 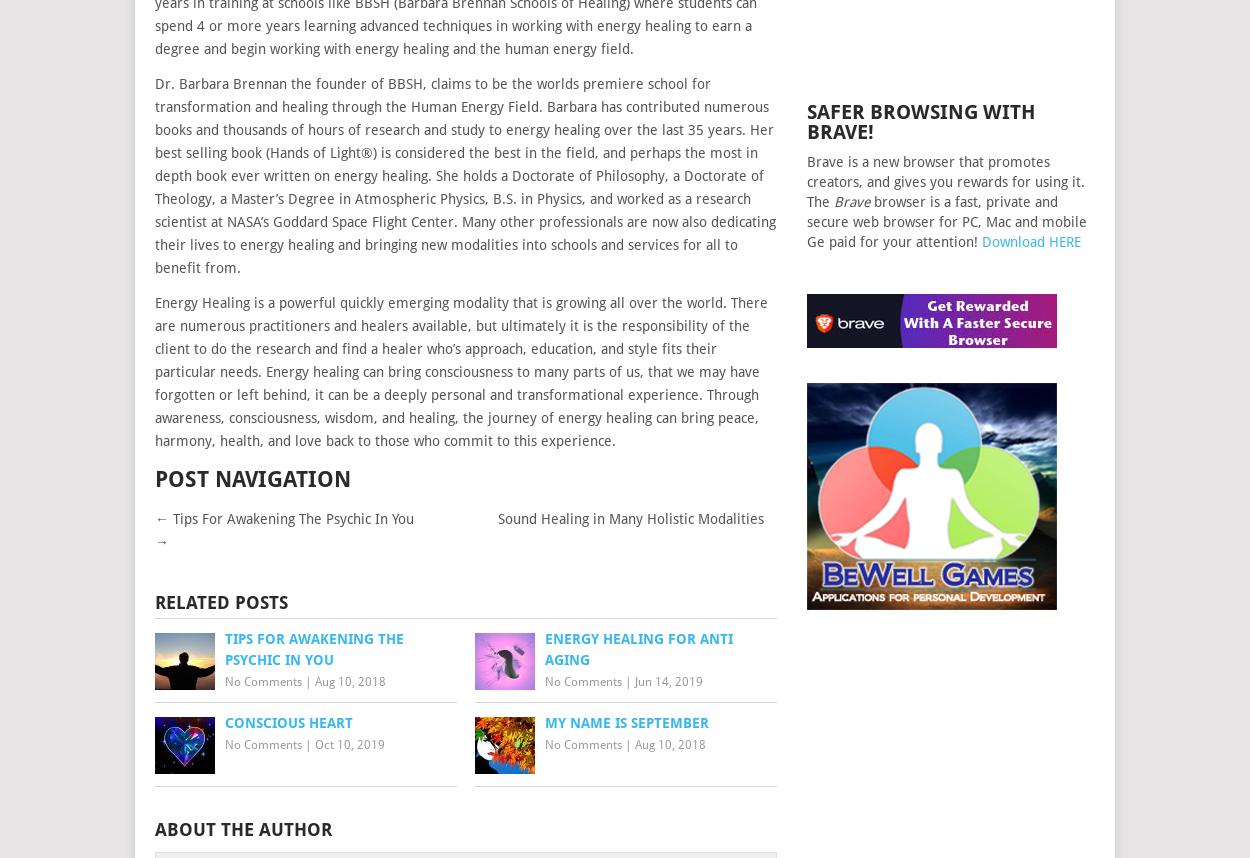 What do you see at coordinates (464, 175) in the screenshot?
I see `'Dr. Barbara Brennan the founder of BBSH, claims to be the worlds premiere school for transformation and healing through the Human Energy Field. Barbara has contributed numerous books and thousands of hours of research and study to energy healing over the last 35 years. Her best selling book (Hands of Light®) is considered the best in the field, and perhaps the most in depth book ever written on energy healing. She holds a Doctorate of Philosophy, a Doctorate of Theology, a Master’s Degree in Atmospheric Physics, B.S. in Physics, and worked as a research scientist at NASA’s Goddard Space Flight Center. Many other professionals are now also dedicating their lives to energy healing and bringing new modalities into schools and services for all to benefit from.'` at bounding box center [464, 175].